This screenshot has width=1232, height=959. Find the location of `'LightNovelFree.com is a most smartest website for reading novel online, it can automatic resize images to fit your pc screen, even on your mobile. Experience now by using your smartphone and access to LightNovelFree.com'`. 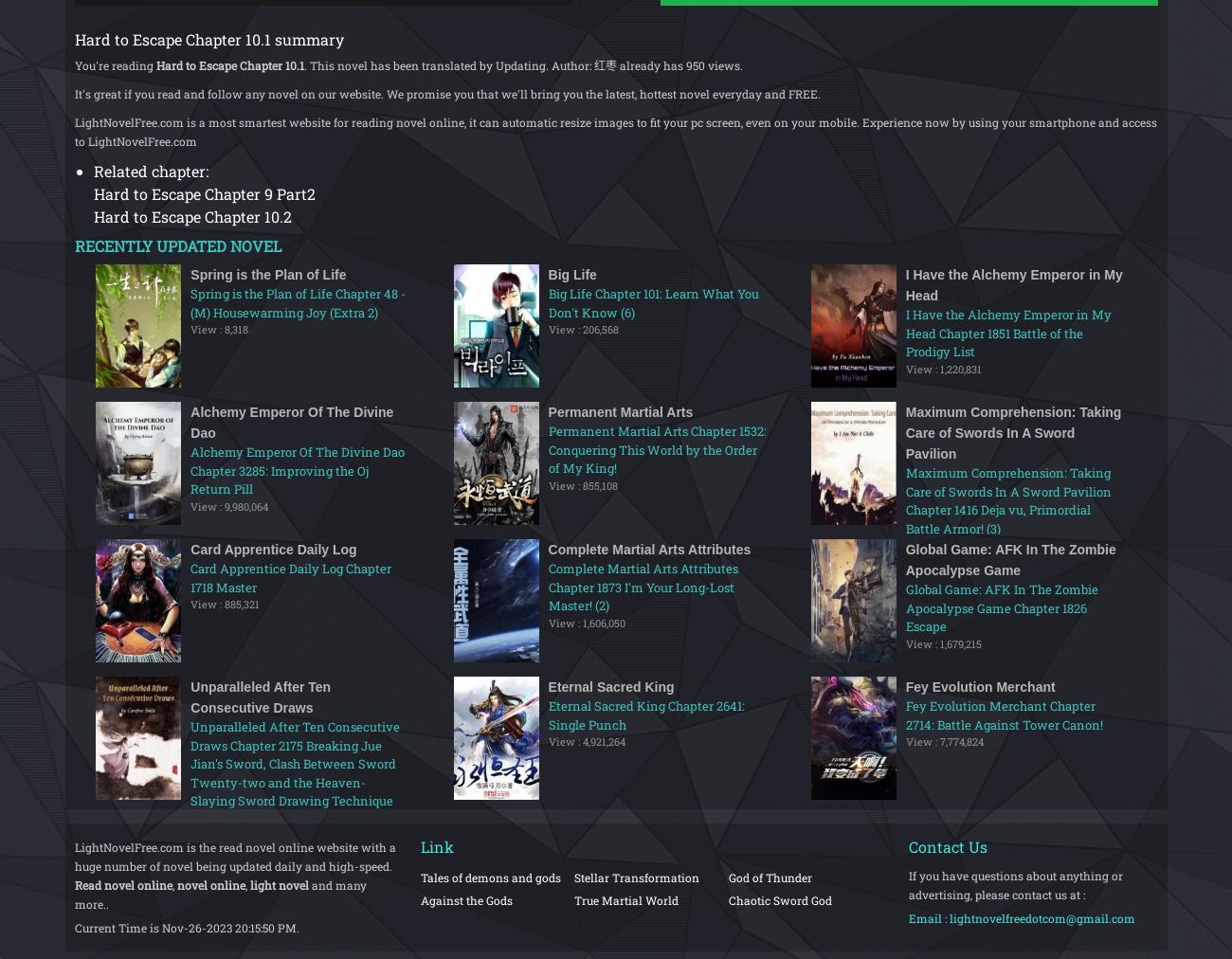

'LightNovelFree.com is a most smartest website for reading novel online, it can automatic resize images to fit your pc screen, even on your mobile. Experience now by using your smartphone and access to LightNovelFree.com' is located at coordinates (74, 132).